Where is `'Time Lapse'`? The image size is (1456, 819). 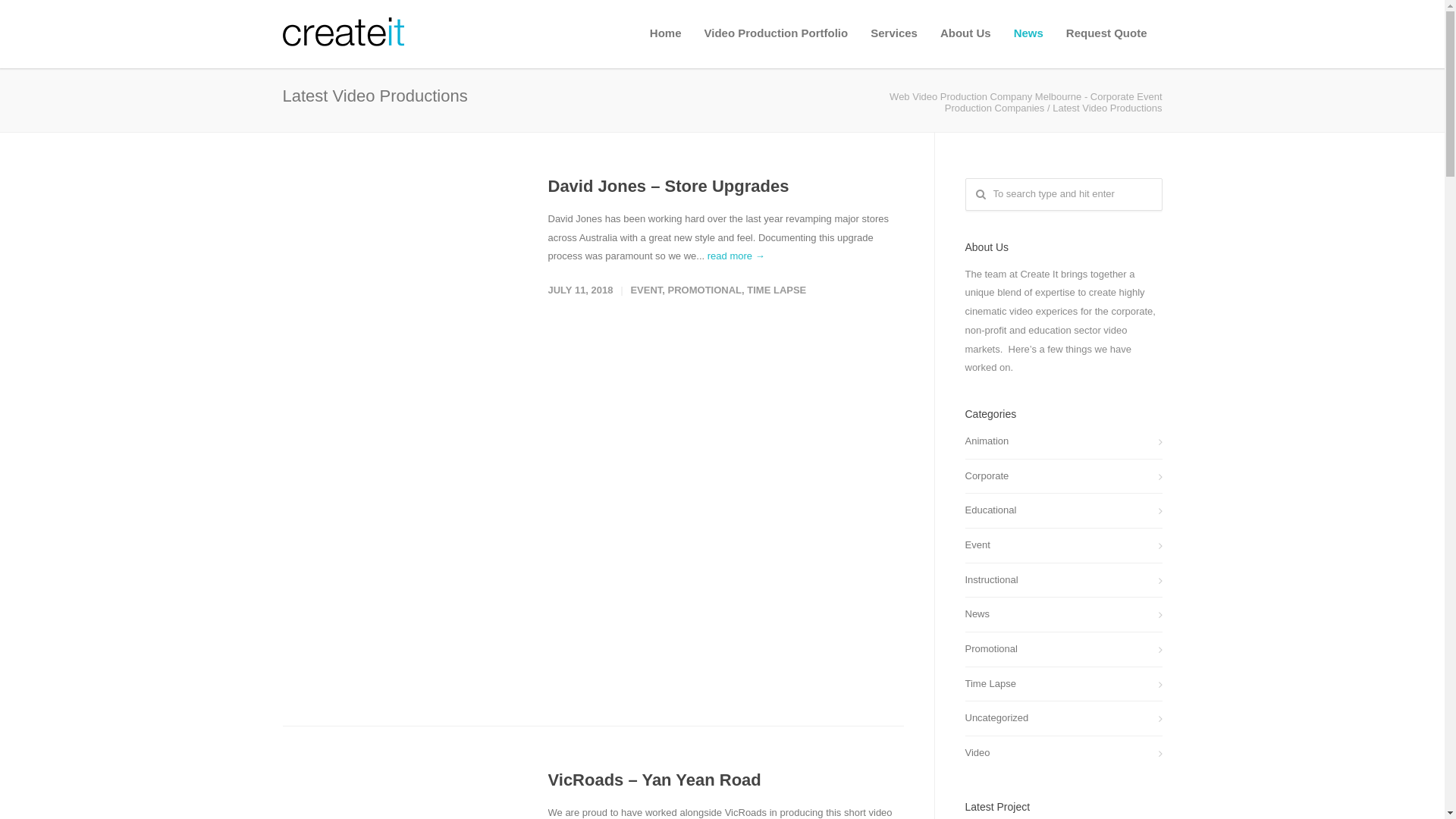 'Time Lapse' is located at coordinates (1062, 684).